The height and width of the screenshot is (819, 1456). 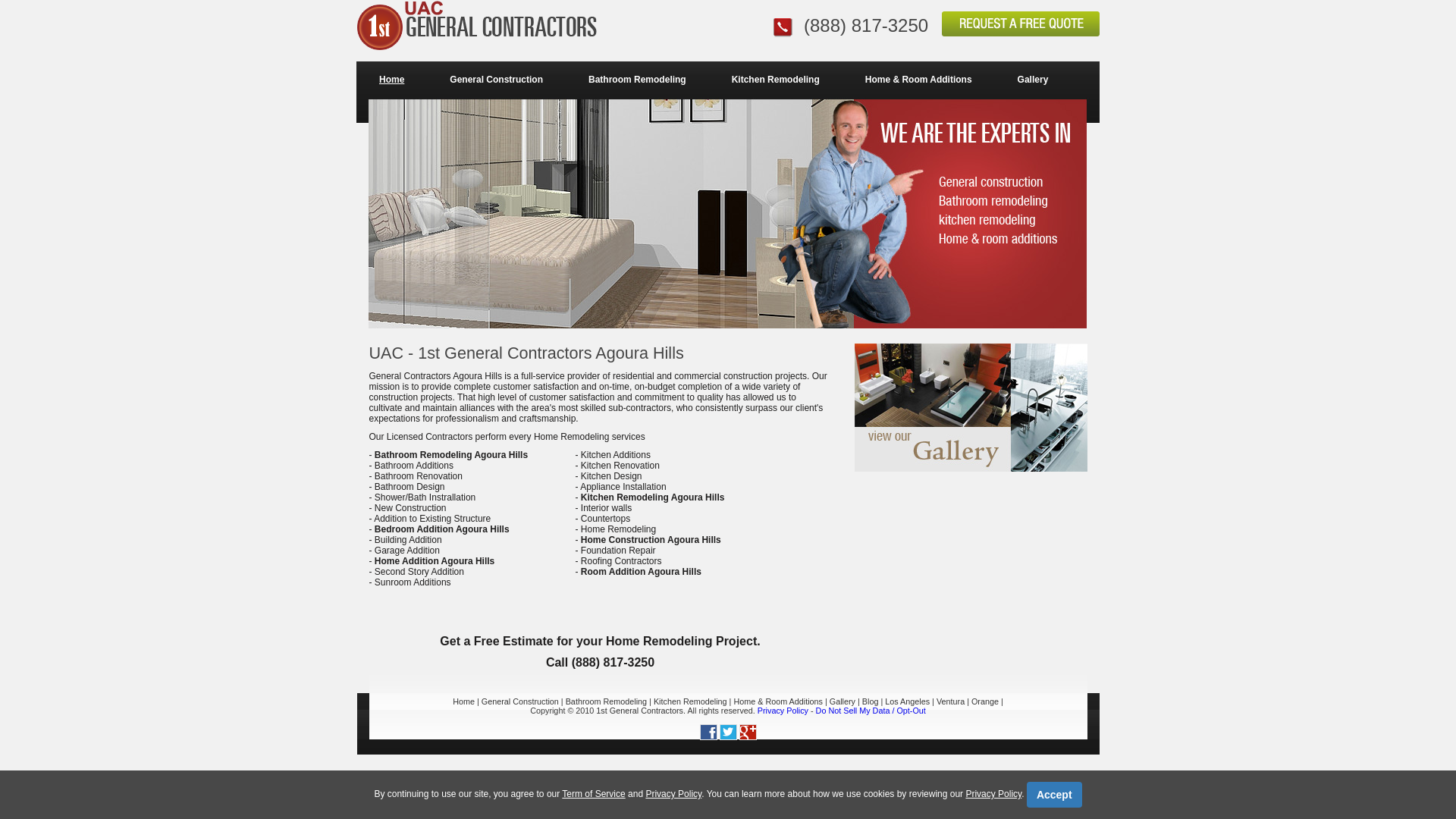 What do you see at coordinates (733, 701) in the screenshot?
I see `'Home & Room Additions'` at bounding box center [733, 701].